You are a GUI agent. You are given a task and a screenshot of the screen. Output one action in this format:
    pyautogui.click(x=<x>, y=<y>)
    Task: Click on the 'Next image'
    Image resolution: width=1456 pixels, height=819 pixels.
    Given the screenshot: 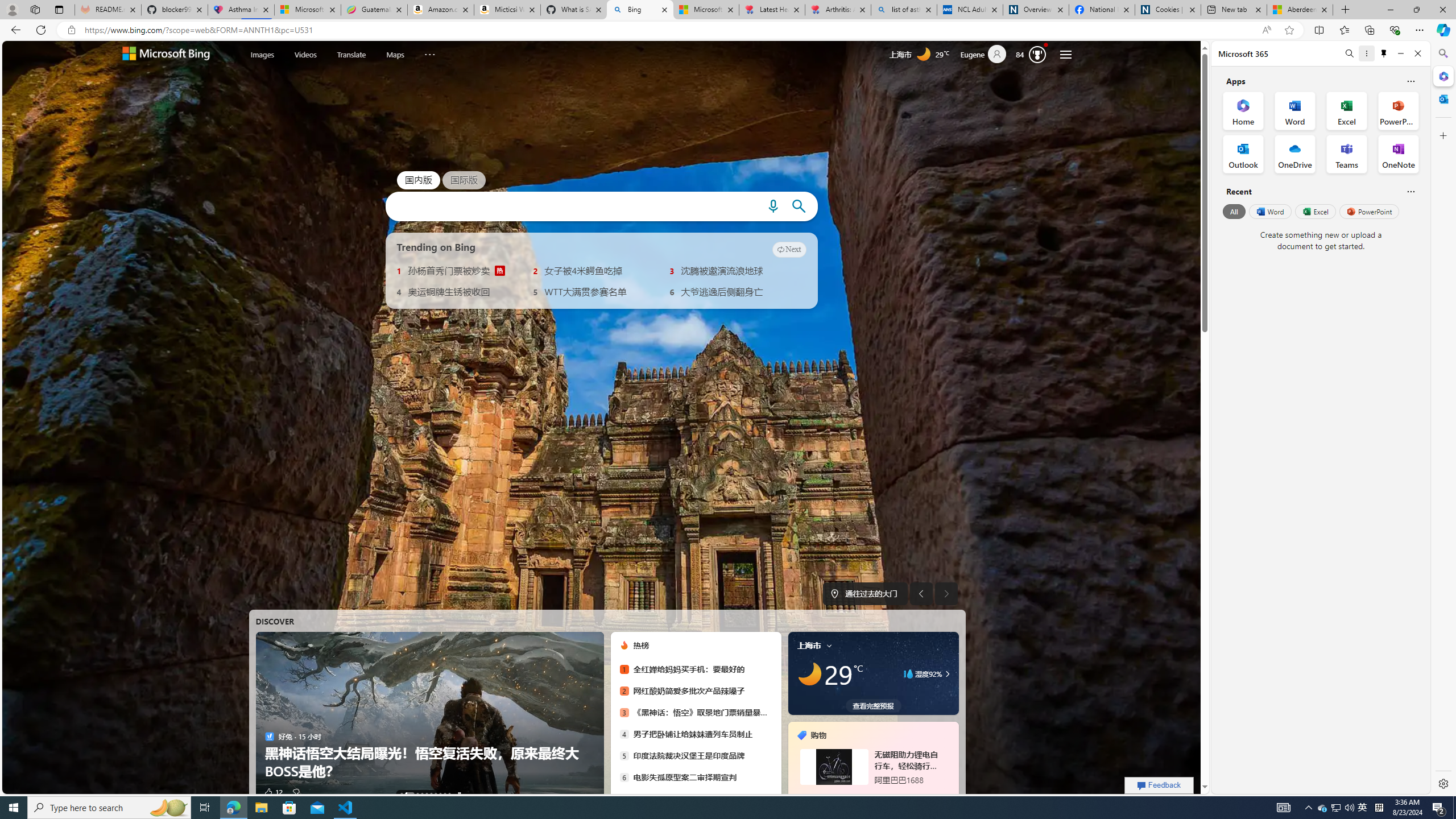 What is the action you would take?
    pyautogui.click(x=946, y=593)
    